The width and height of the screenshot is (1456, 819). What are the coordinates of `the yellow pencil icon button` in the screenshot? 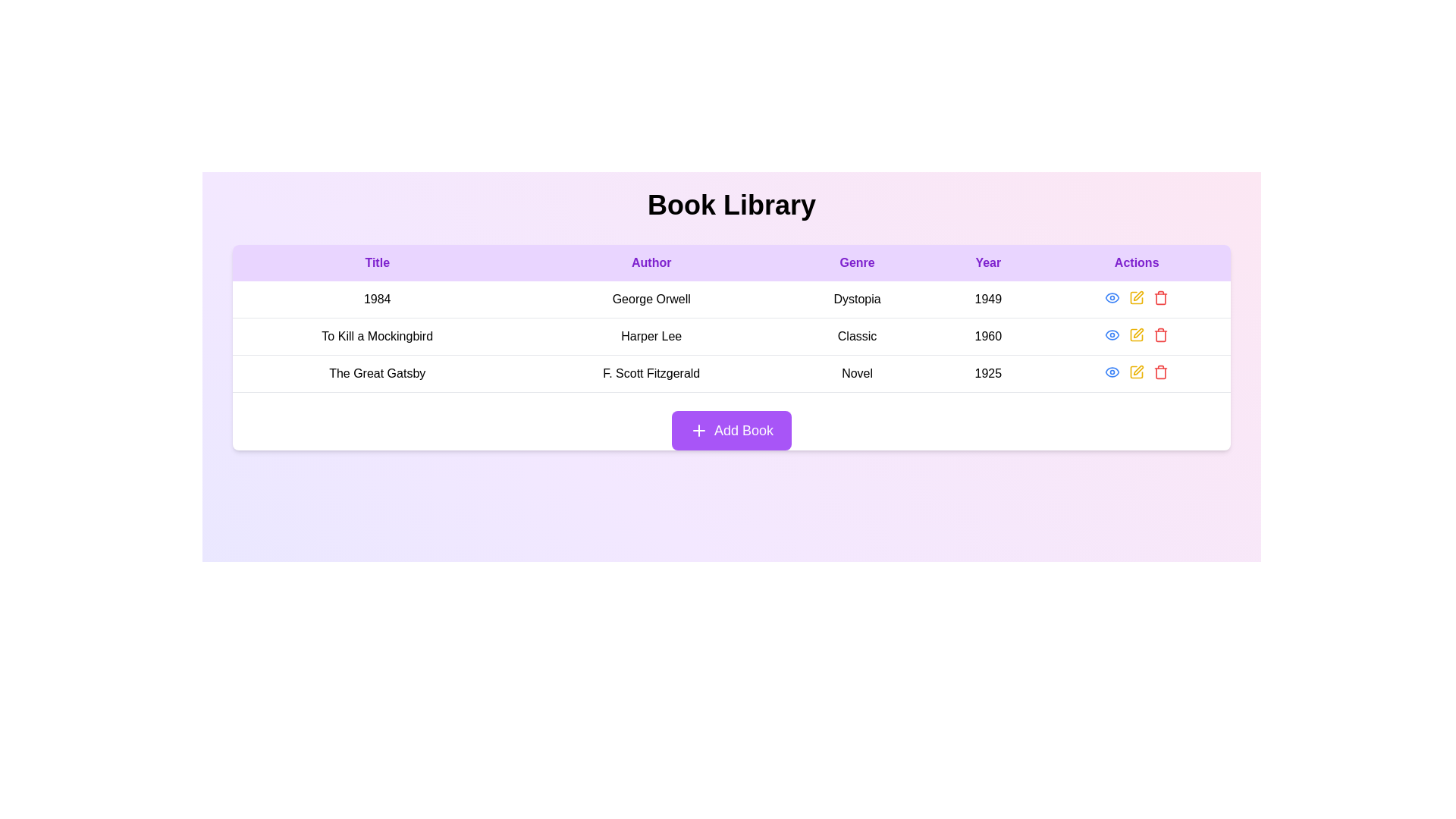 It's located at (1137, 298).